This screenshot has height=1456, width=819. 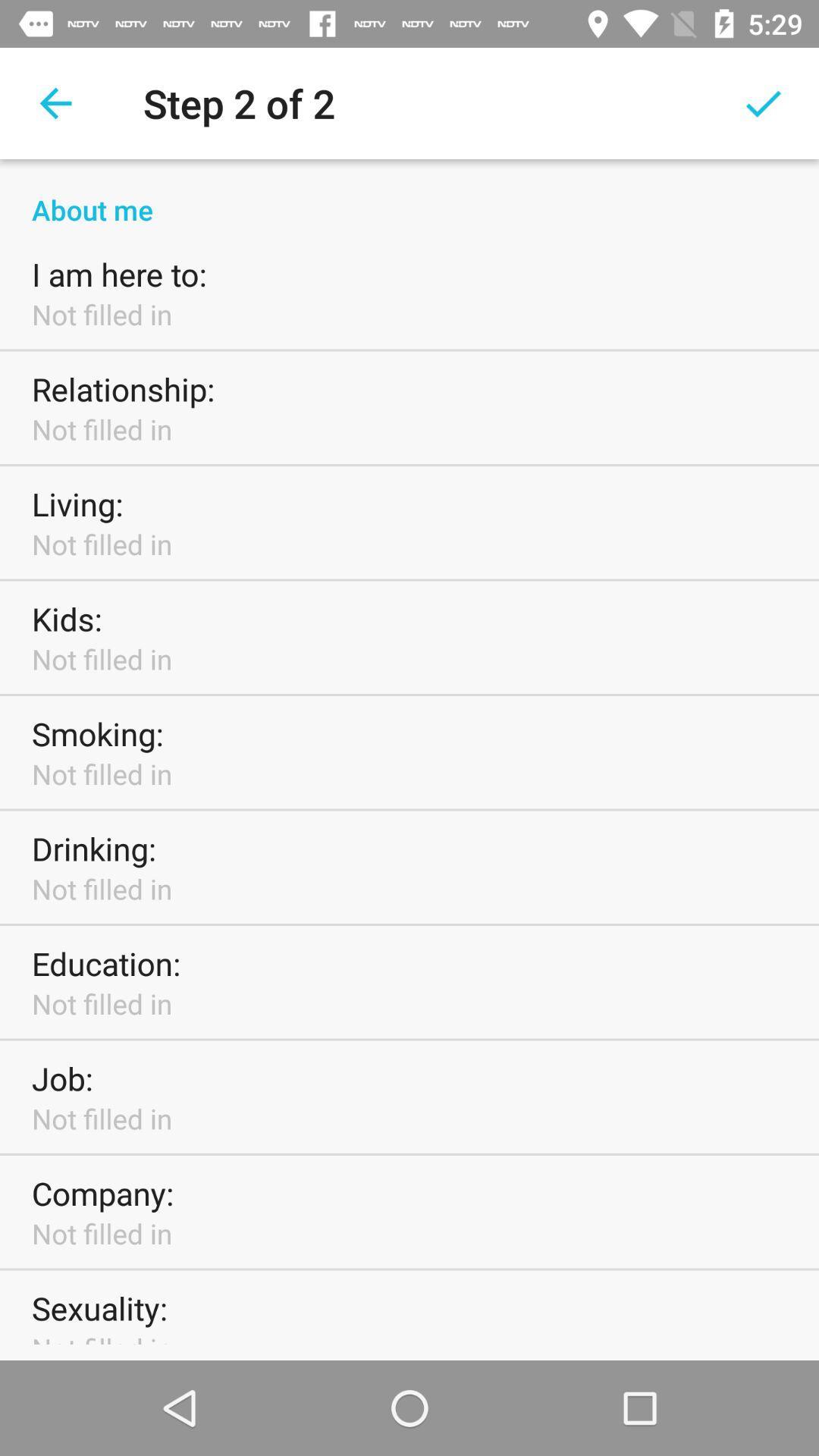 What do you see at coordinates (55, 102) in the screenshot?
I see `go back` at bounding box center [55, 102].